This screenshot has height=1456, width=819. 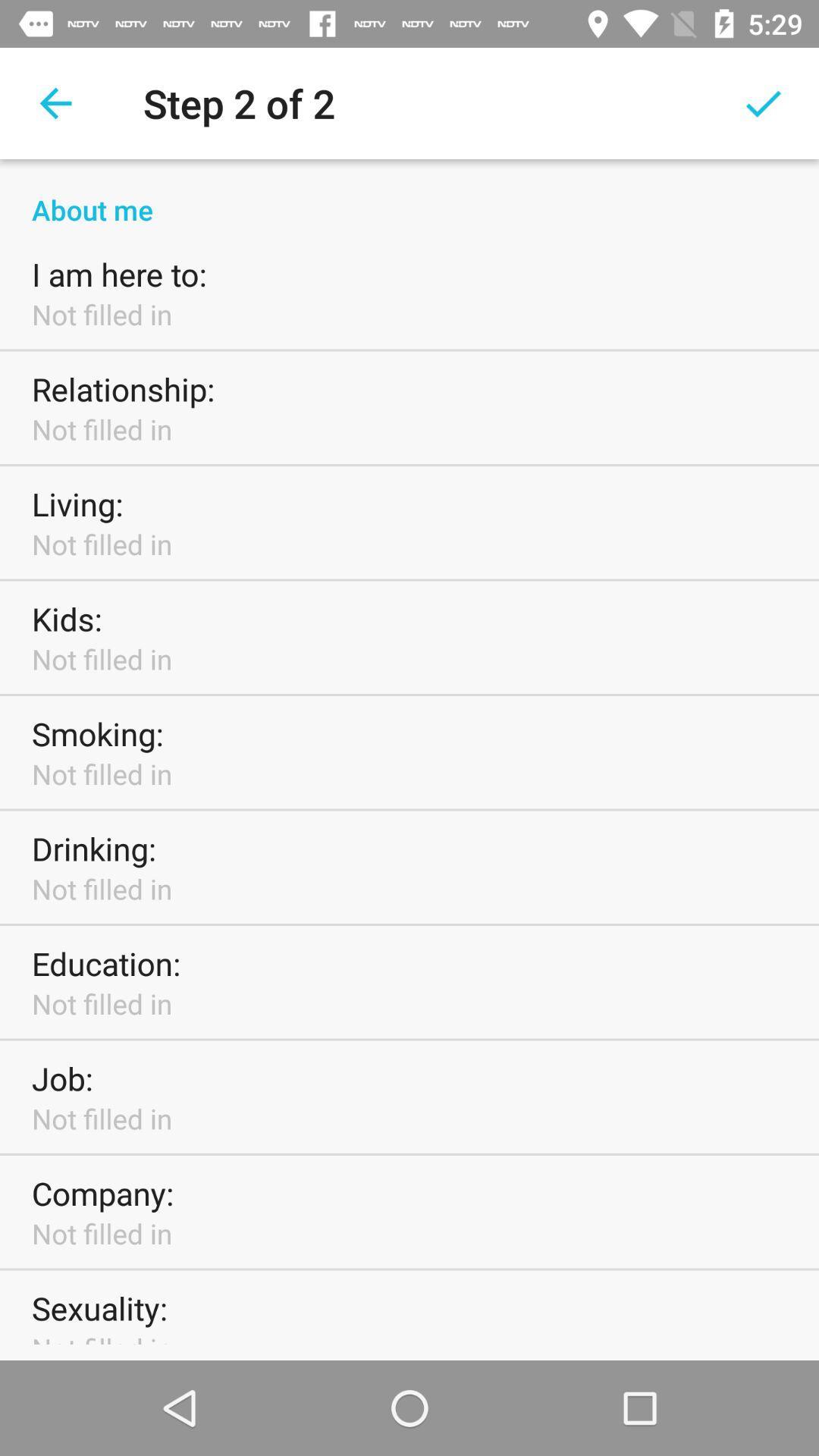 What do you see at coordinates (55, 102) in the screenshot?
I see `go back` at bounding box center [55, 102].